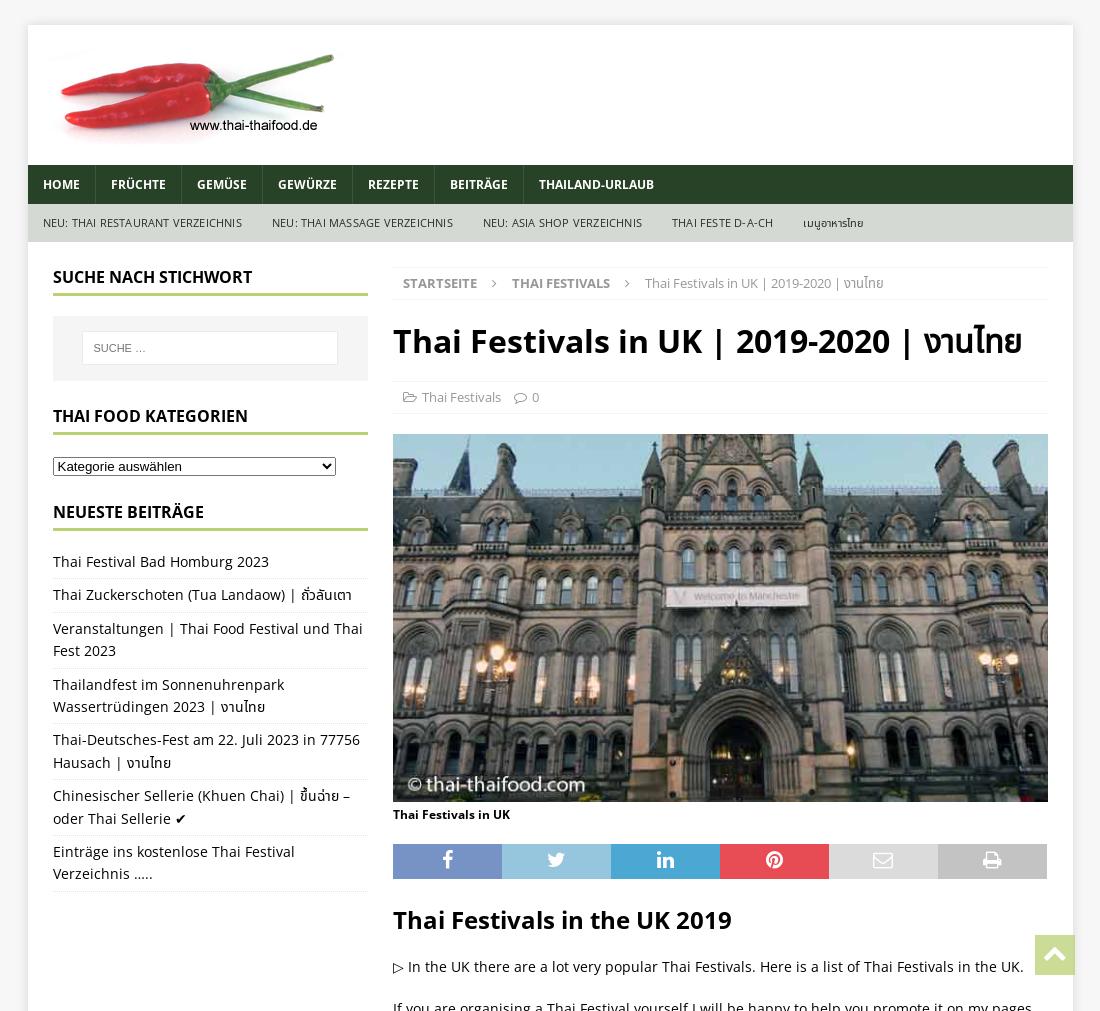 This screenshot has width=1100, height=1011. I want to click on 'Suche nach Stichwort', so click(150, 276).